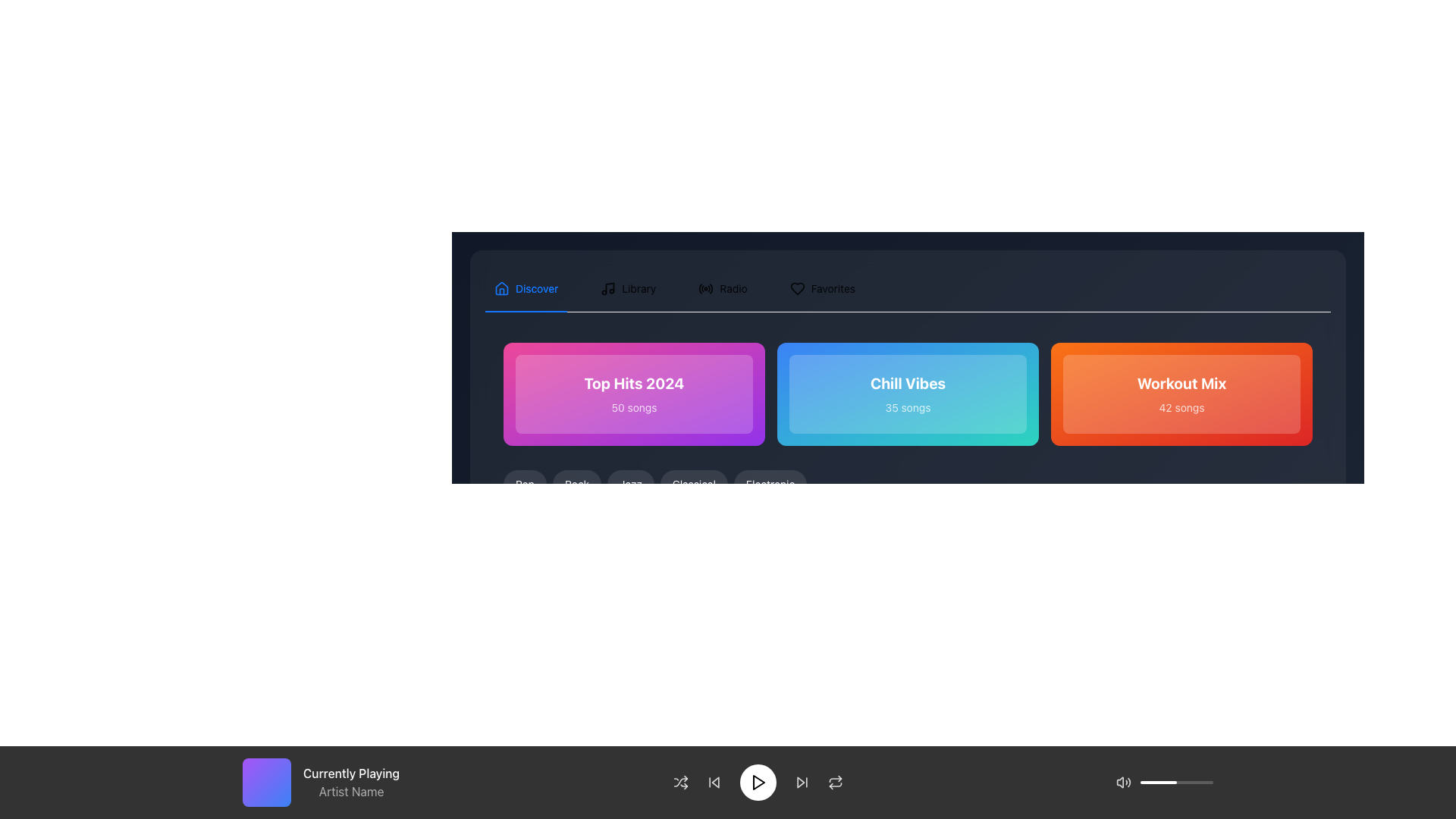 The height and width of the screenshot is (819, 1456). I want to click on the slider position, so click(1150, 783).